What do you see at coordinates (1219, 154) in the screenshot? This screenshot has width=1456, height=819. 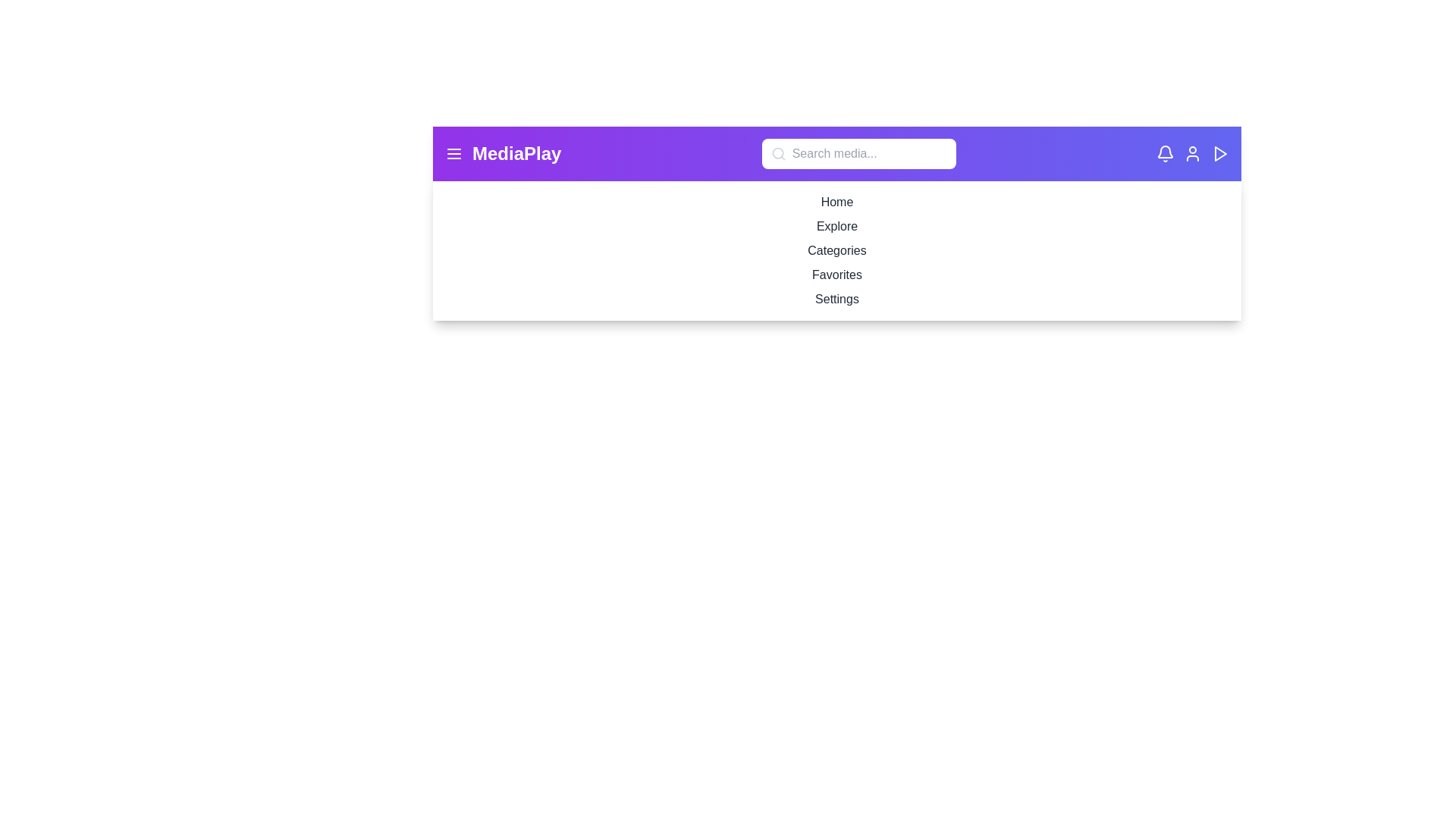 I see `the media play button located` at bounding box center [1219, 154].